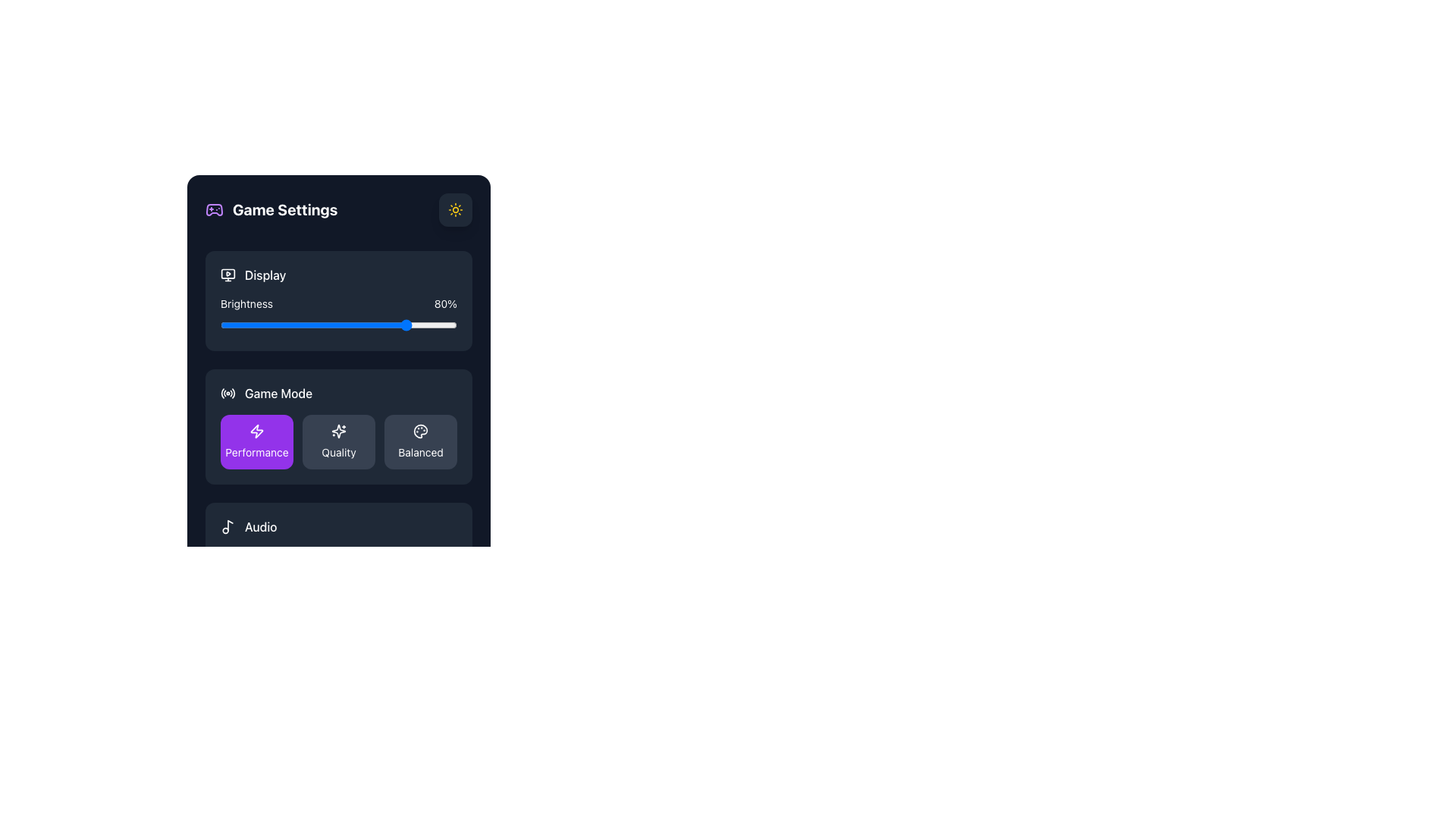  Describe the element at coordinates (337, 431) in the screenshot. I see `the Decorative Icon located in the top-right corner of the settings menu interface, which represents a sparkle or highlights visual metaphor` at that location.